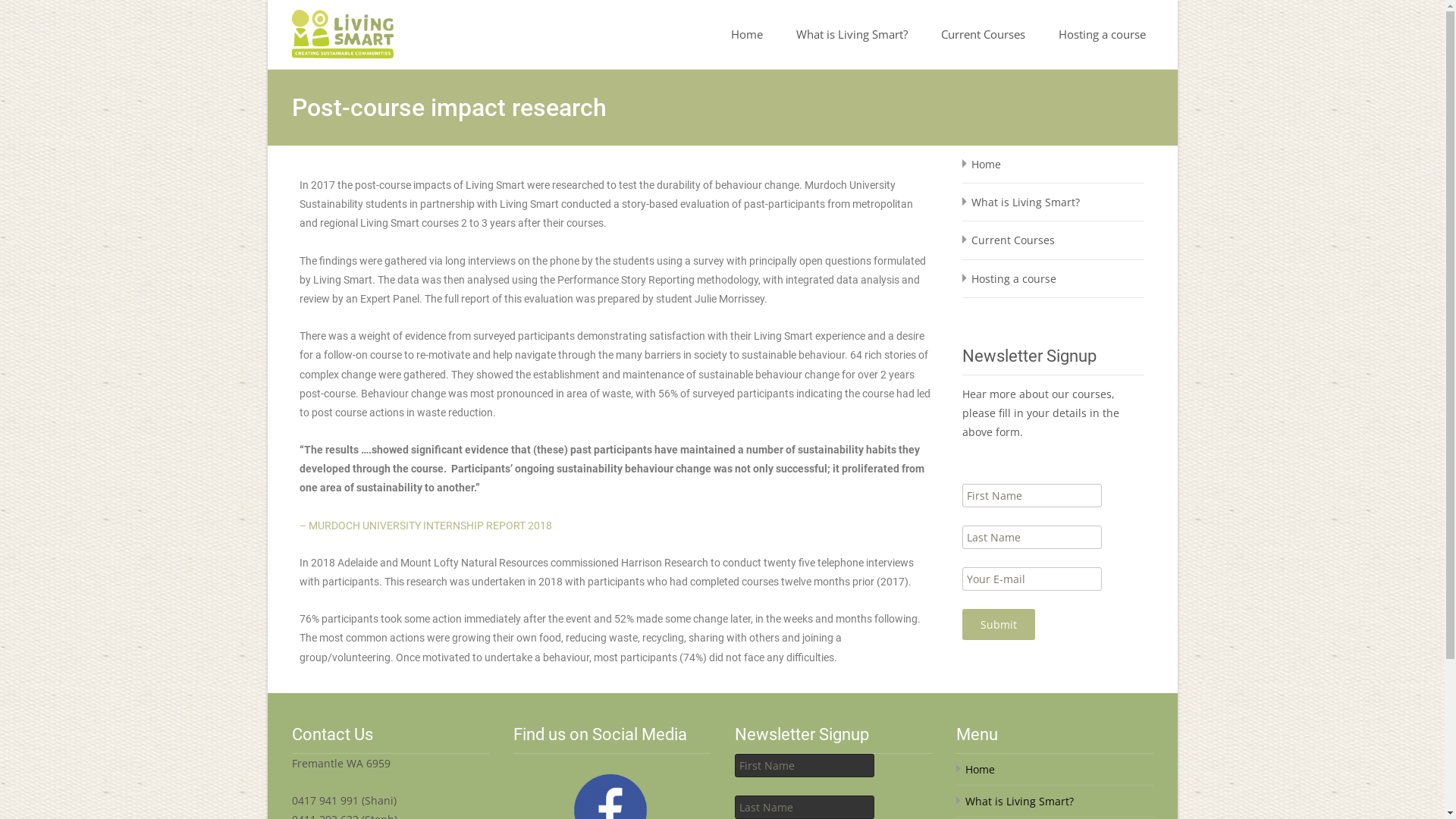  I want to click on 'Submit', so click(997, 624).